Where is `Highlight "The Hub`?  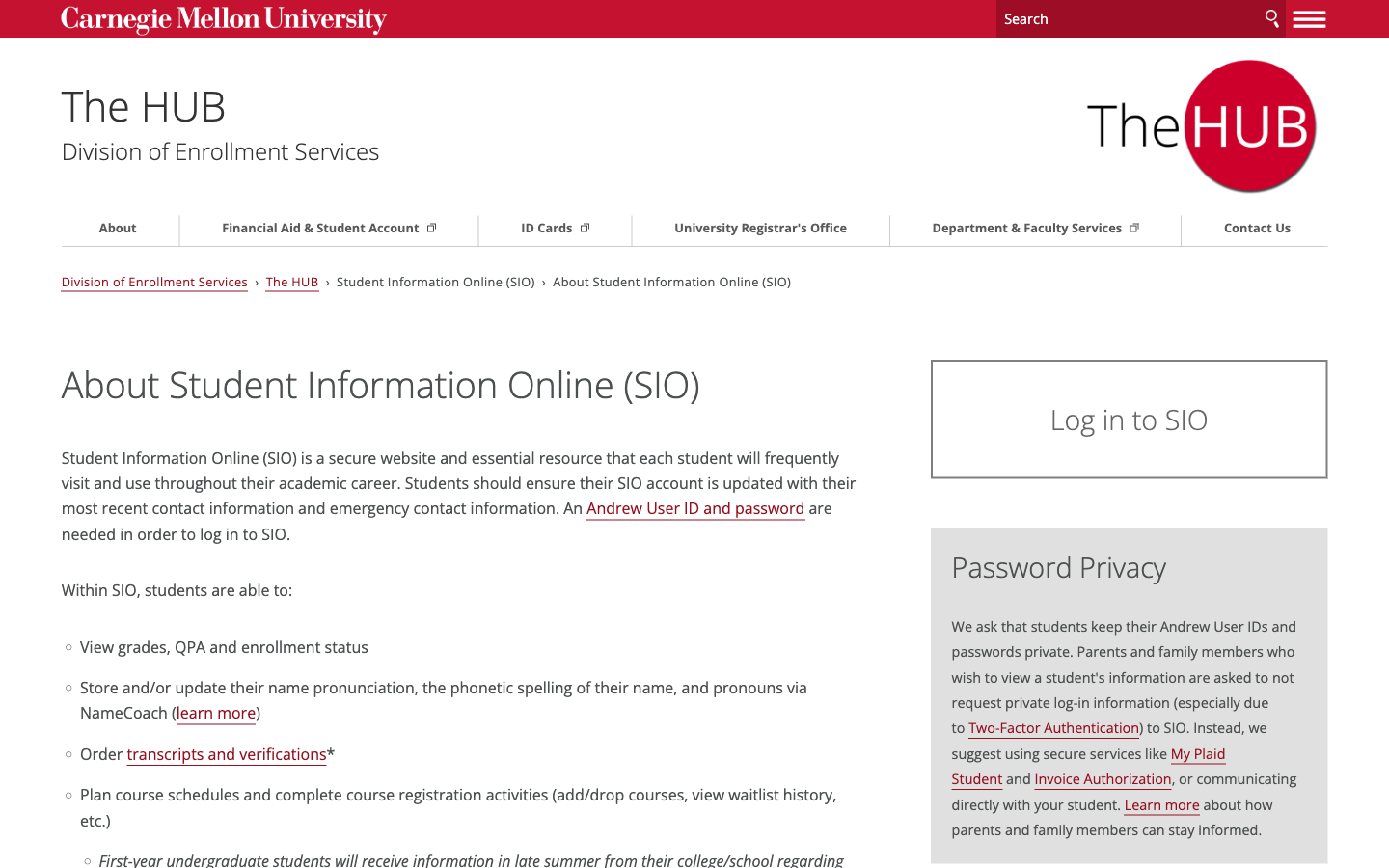
Highlight "The Hub is located at coordinates (200, 102).